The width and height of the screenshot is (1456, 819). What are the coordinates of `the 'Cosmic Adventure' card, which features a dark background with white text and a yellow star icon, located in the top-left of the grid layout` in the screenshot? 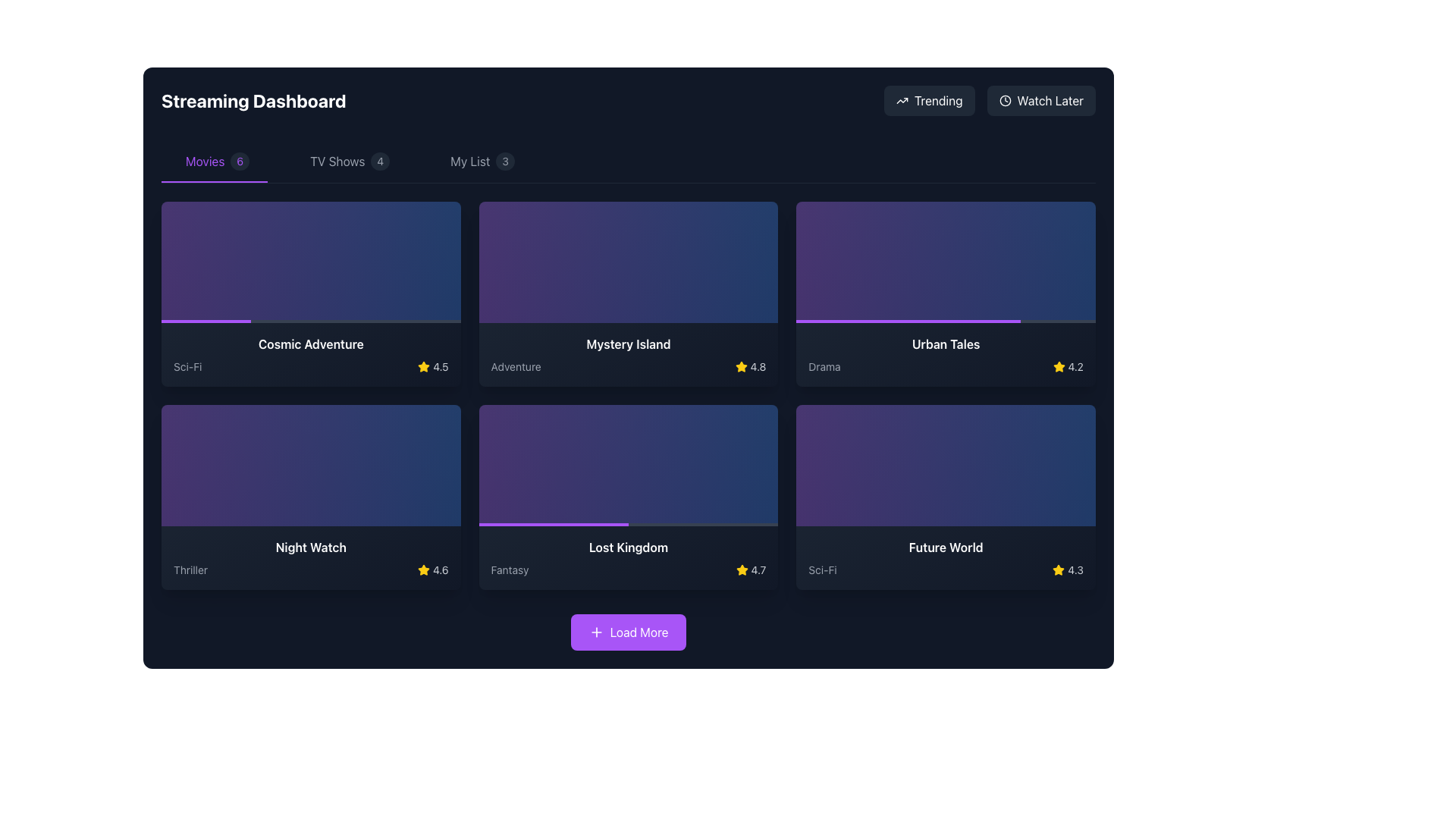 It's located at (310, 354).